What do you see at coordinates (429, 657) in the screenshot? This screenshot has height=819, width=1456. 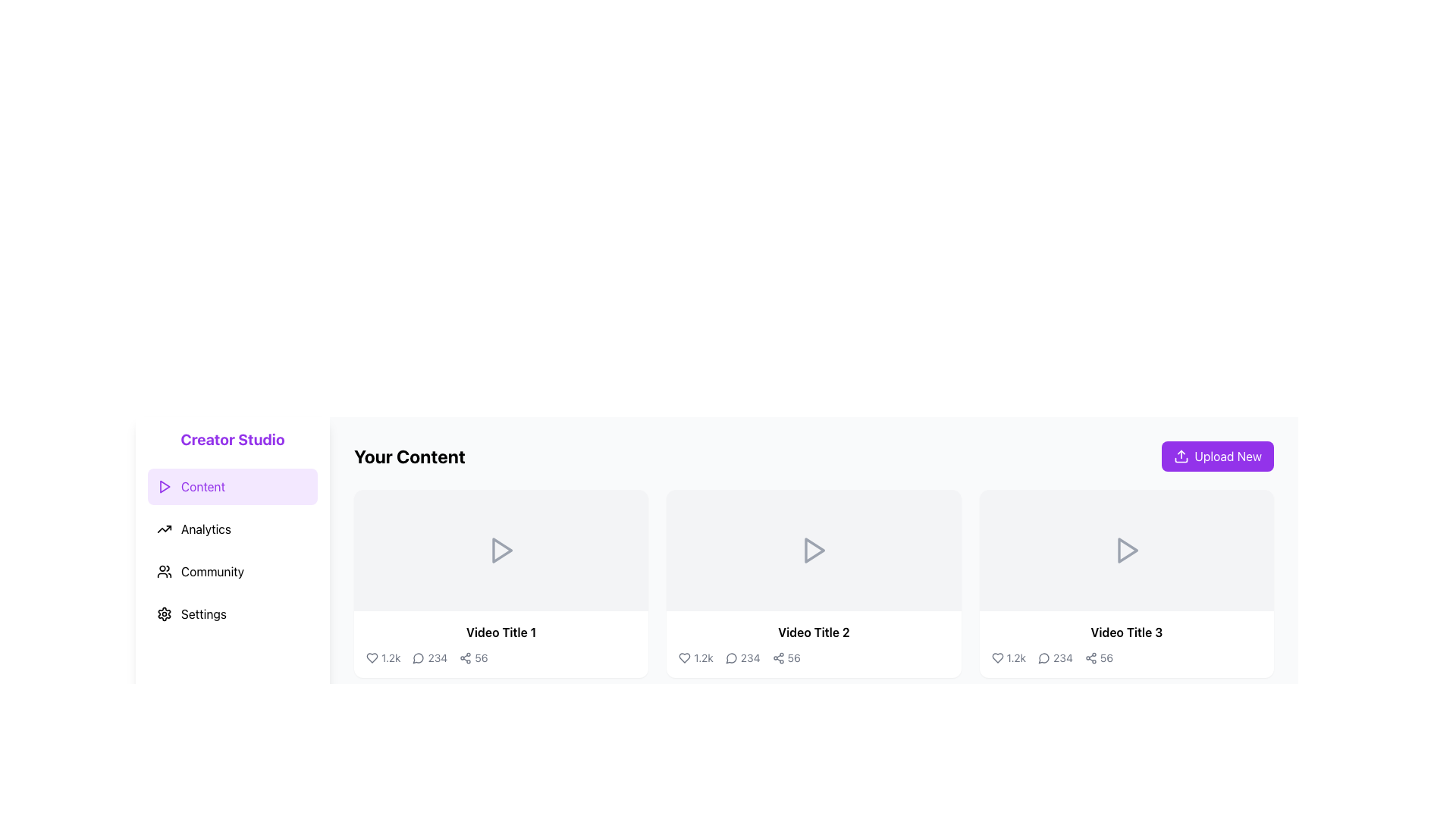 I see `the Text element displaying the number '234', located in the metadata row below the first video thumbnail in the 'Your Content' section, positioned to the right of a speech bubble icon` at bounding box center [429, 657].